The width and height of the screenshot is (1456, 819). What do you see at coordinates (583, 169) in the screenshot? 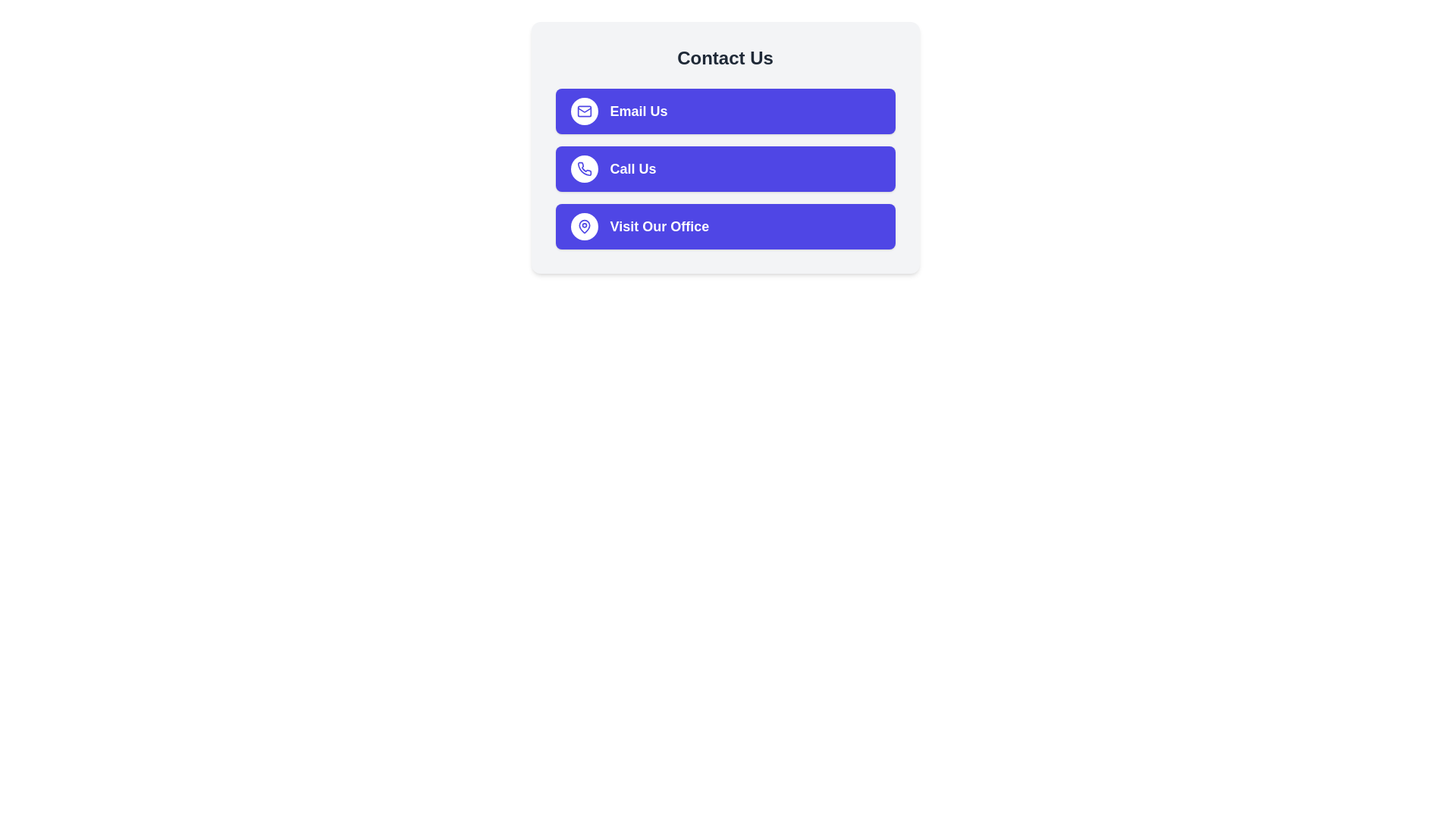
I see `the telephone handset icon located next to the 'Call Us' button in the 'Contact Us' section` at bounding box center [583, 169].